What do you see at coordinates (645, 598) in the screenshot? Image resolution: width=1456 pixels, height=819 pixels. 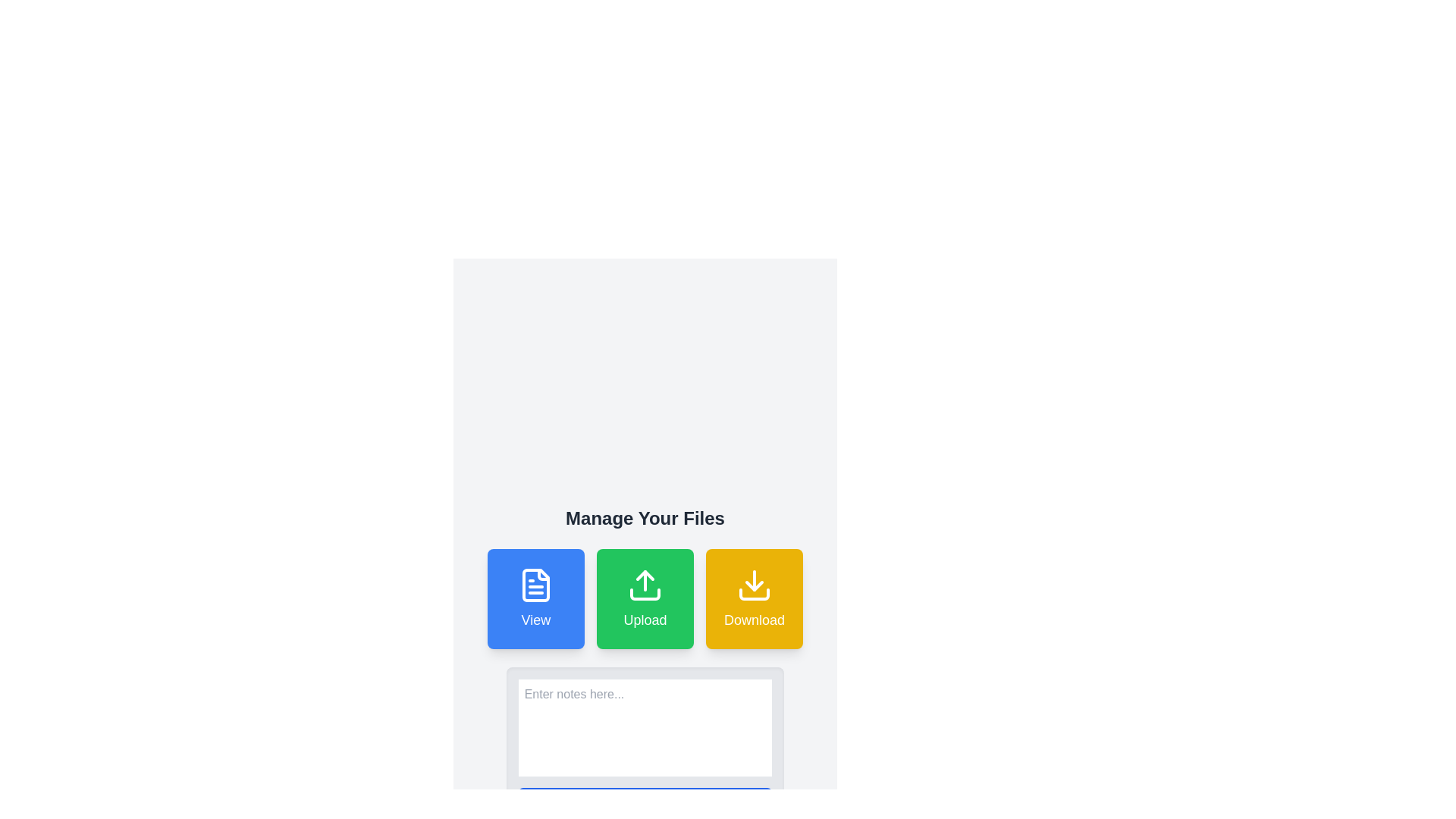 I see `the middle button labeled 'Upload' with a green background` at bounding box center [645, 598].